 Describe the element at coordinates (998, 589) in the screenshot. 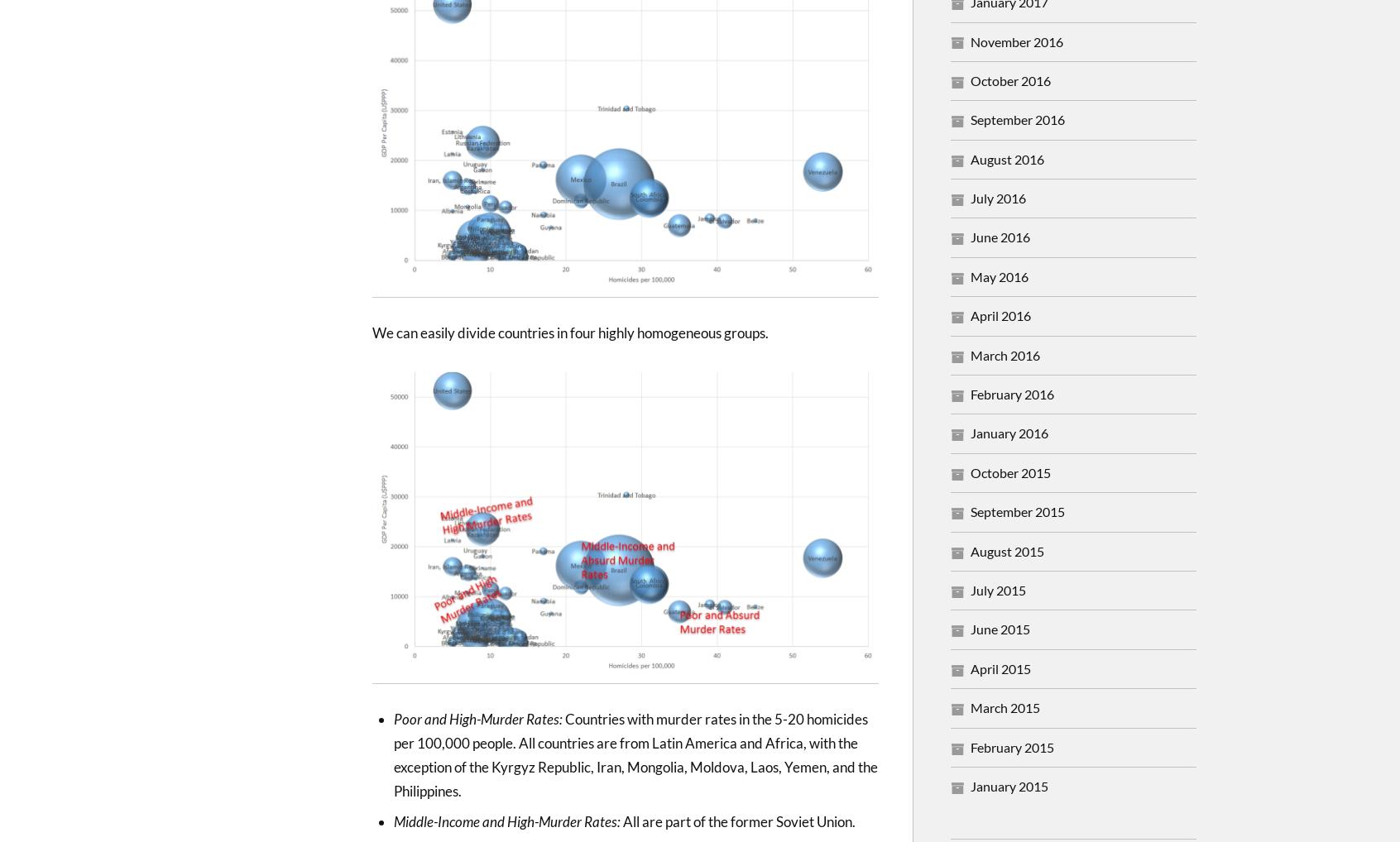

I see `'July 2015'` at that location.